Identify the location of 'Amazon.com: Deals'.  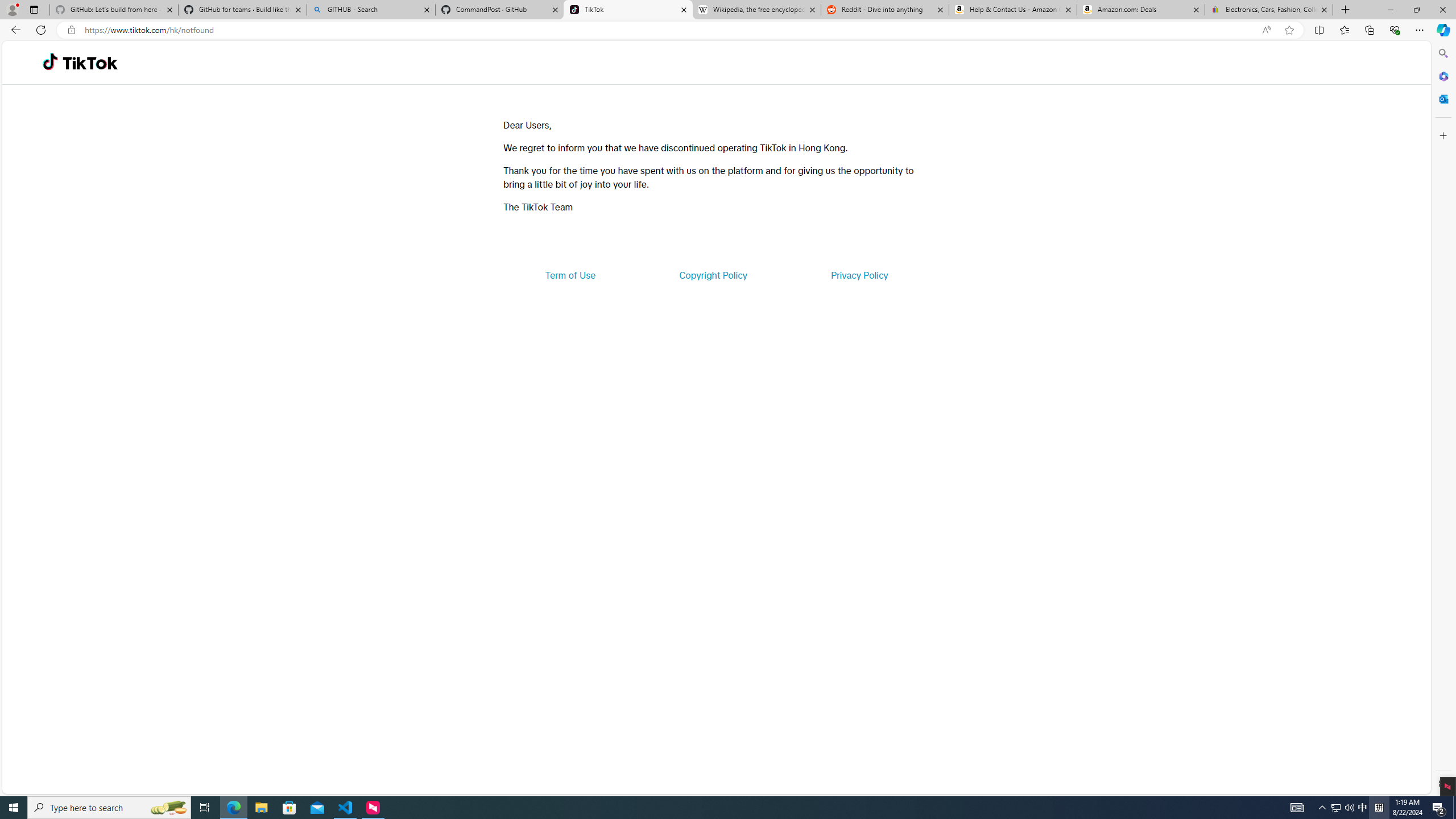
(1140, 9).